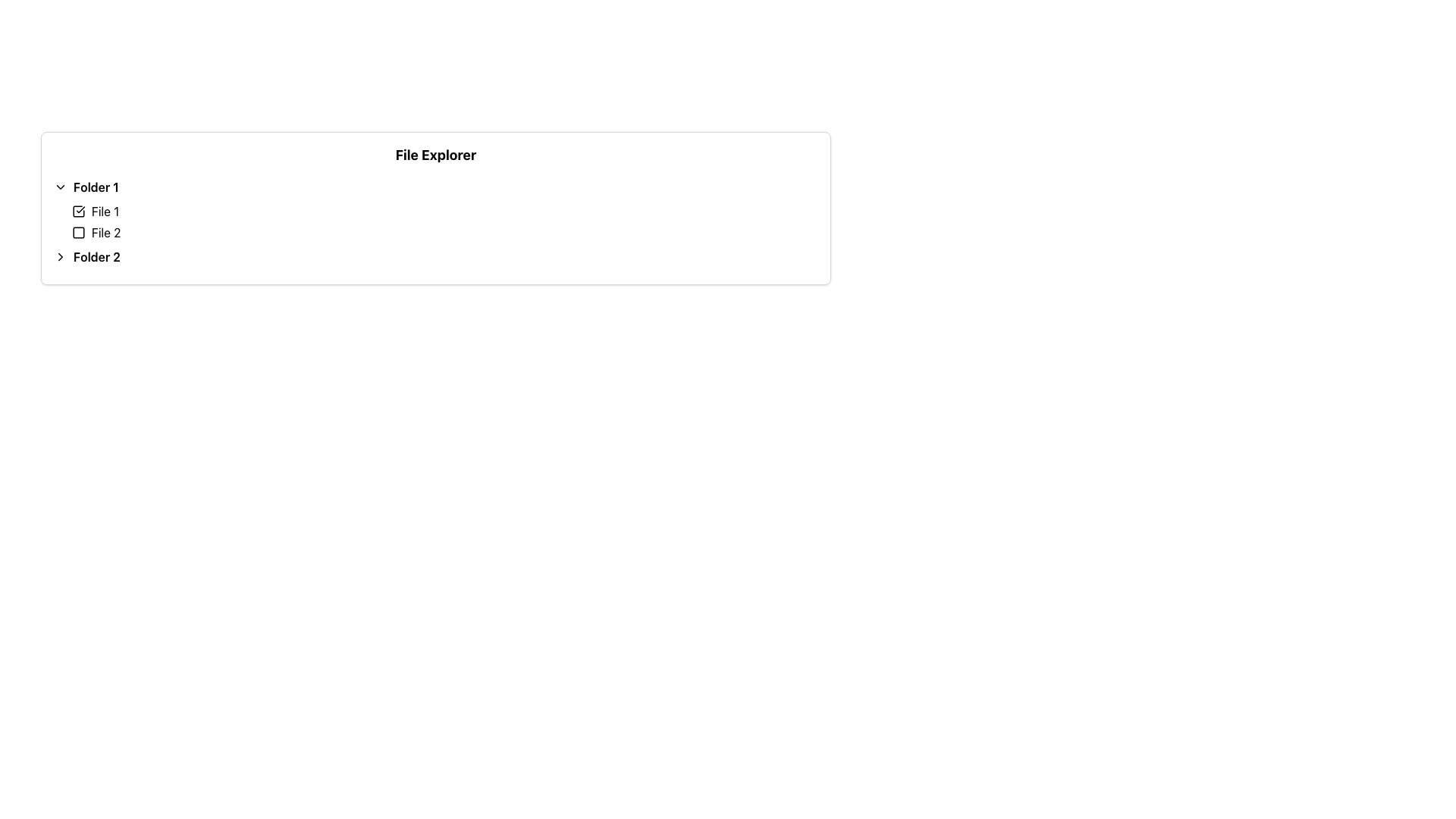  What do you see at coordinates (61, 256) in the screenshot?
I see `the right-facing chevron icon next to the text 'Folder 2'` at bounding box center [61, 256].